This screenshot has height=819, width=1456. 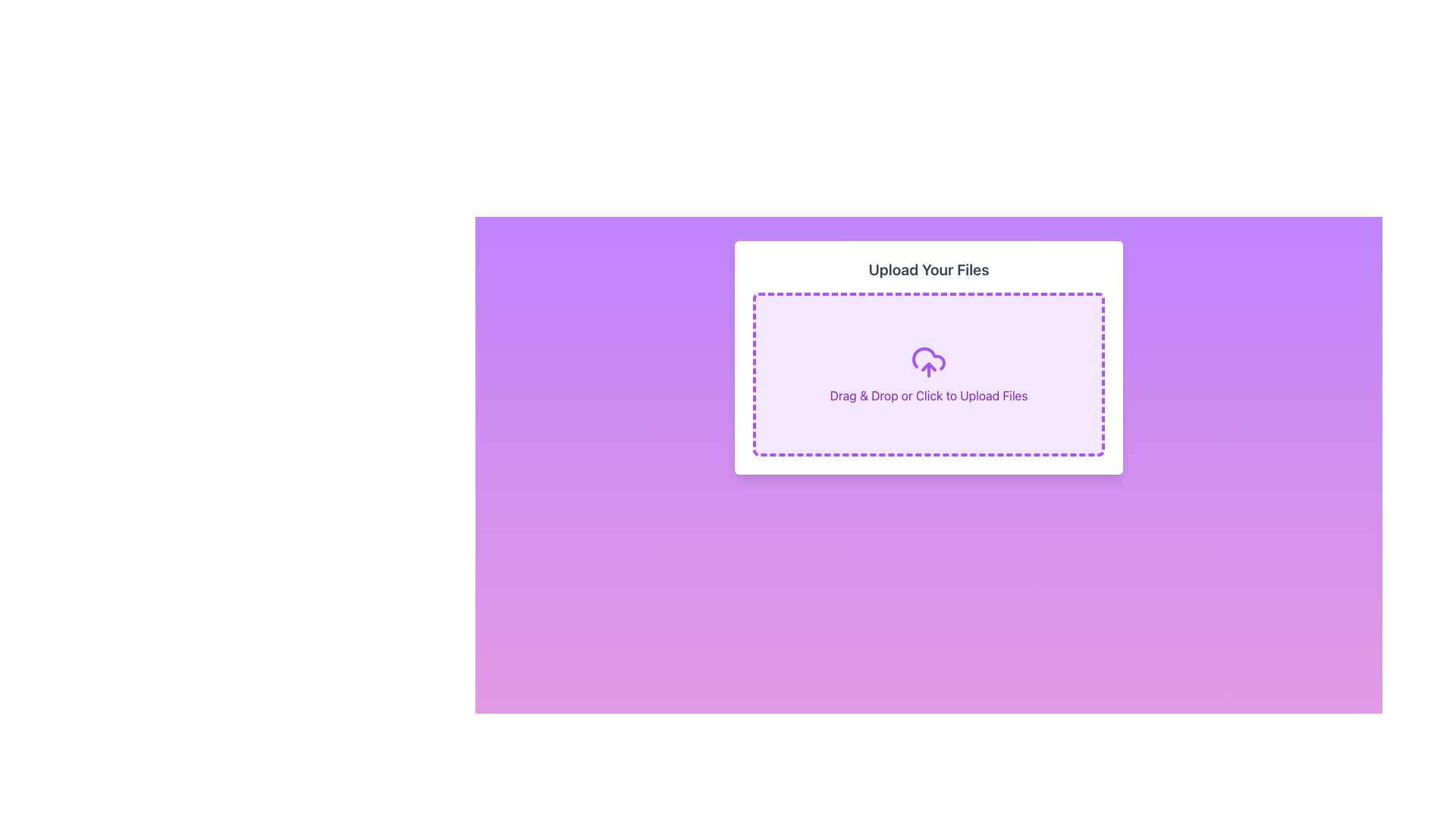 What do you see at coordinates (927, 394) in the screenshot?
I see `instructional text that guides users on how to interact with the file upload area, which is centrally located and includes an icon above it` at bounding box center [927, 394].